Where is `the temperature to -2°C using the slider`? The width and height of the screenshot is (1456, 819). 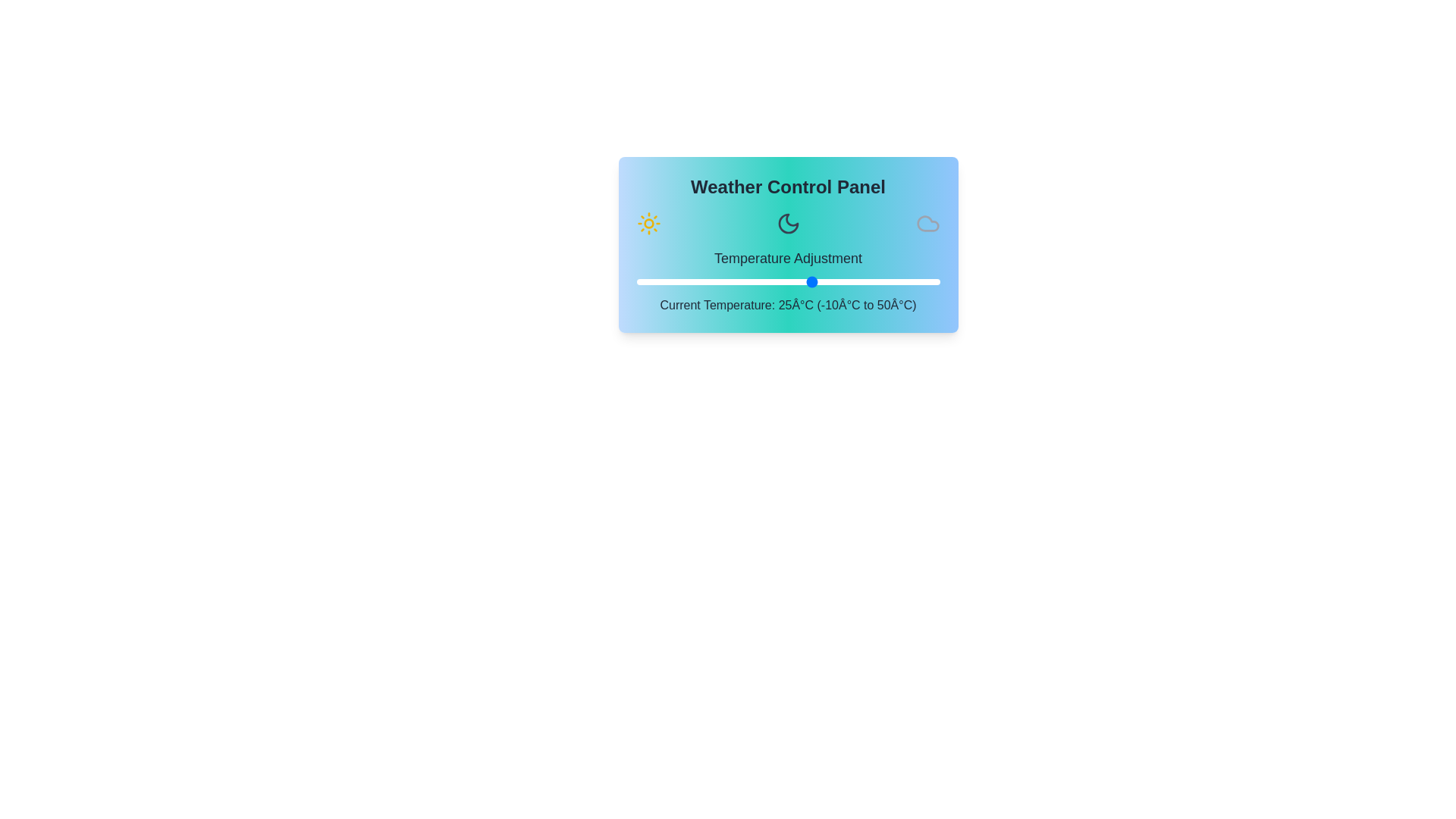 the temperature to -2°C using the slider is located at coordinates (676, 281).